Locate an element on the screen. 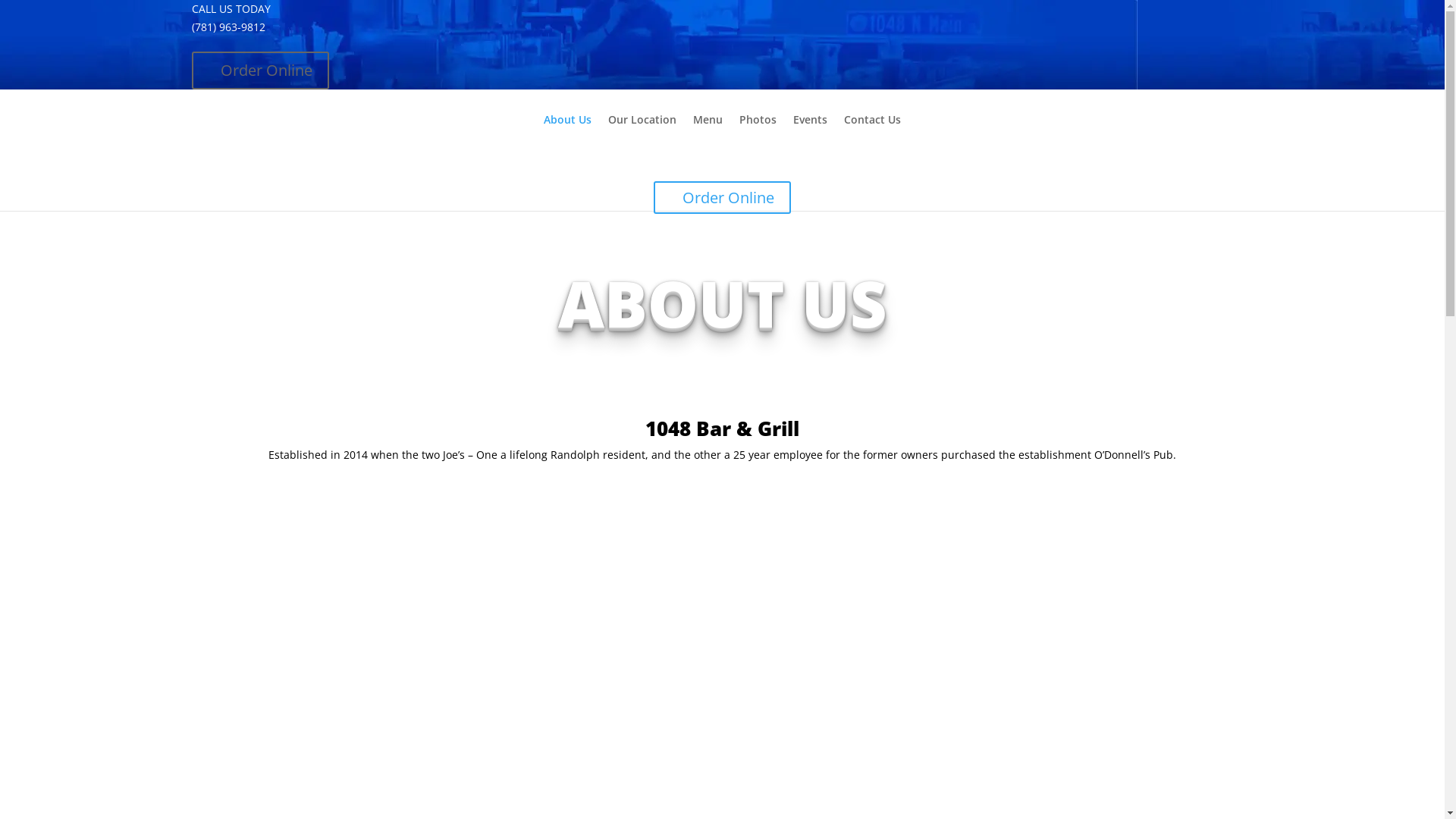  'Photos' is located at coordinates (739, 131).